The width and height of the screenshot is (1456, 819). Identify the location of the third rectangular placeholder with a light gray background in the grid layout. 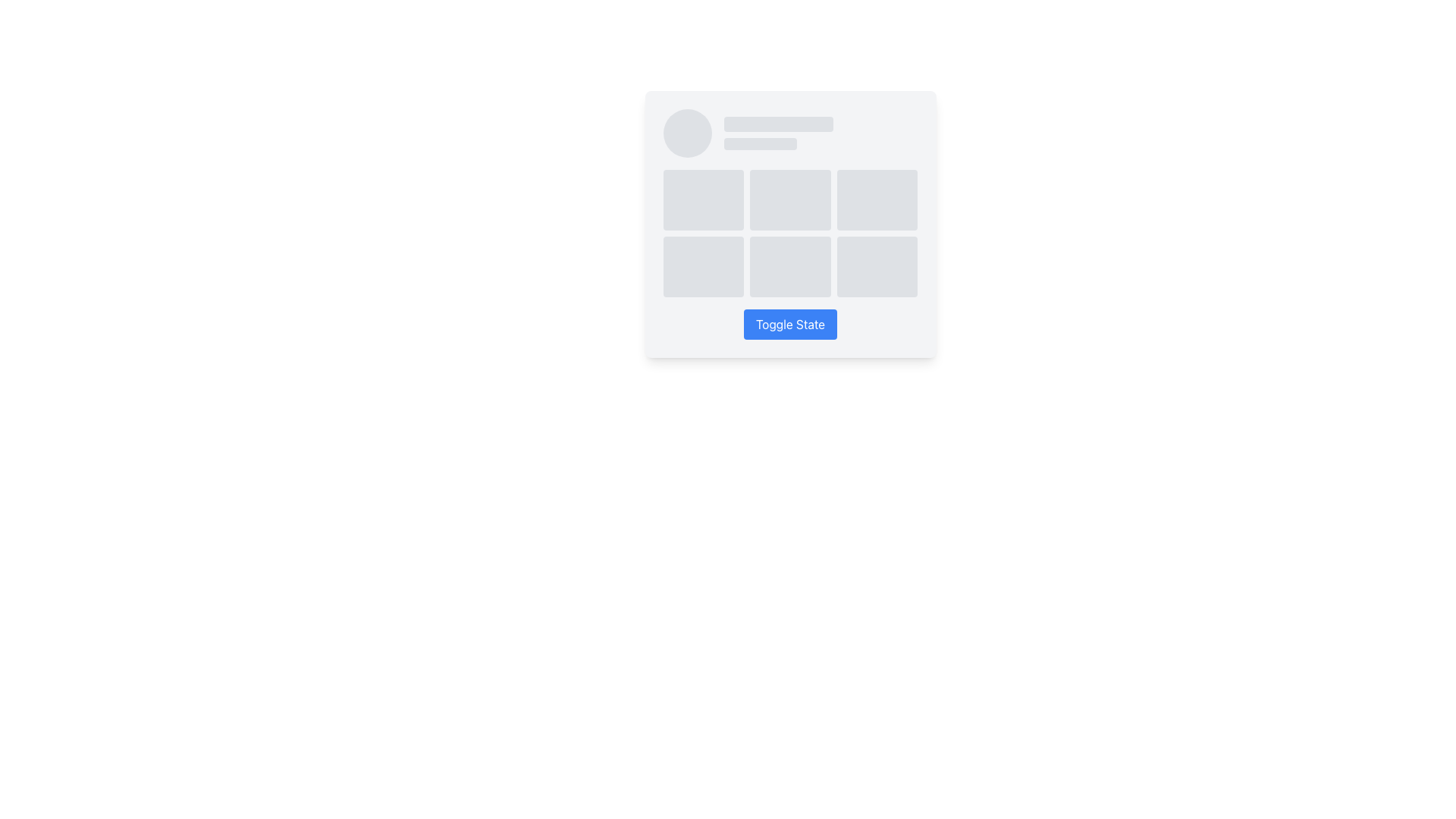
(877, 199).